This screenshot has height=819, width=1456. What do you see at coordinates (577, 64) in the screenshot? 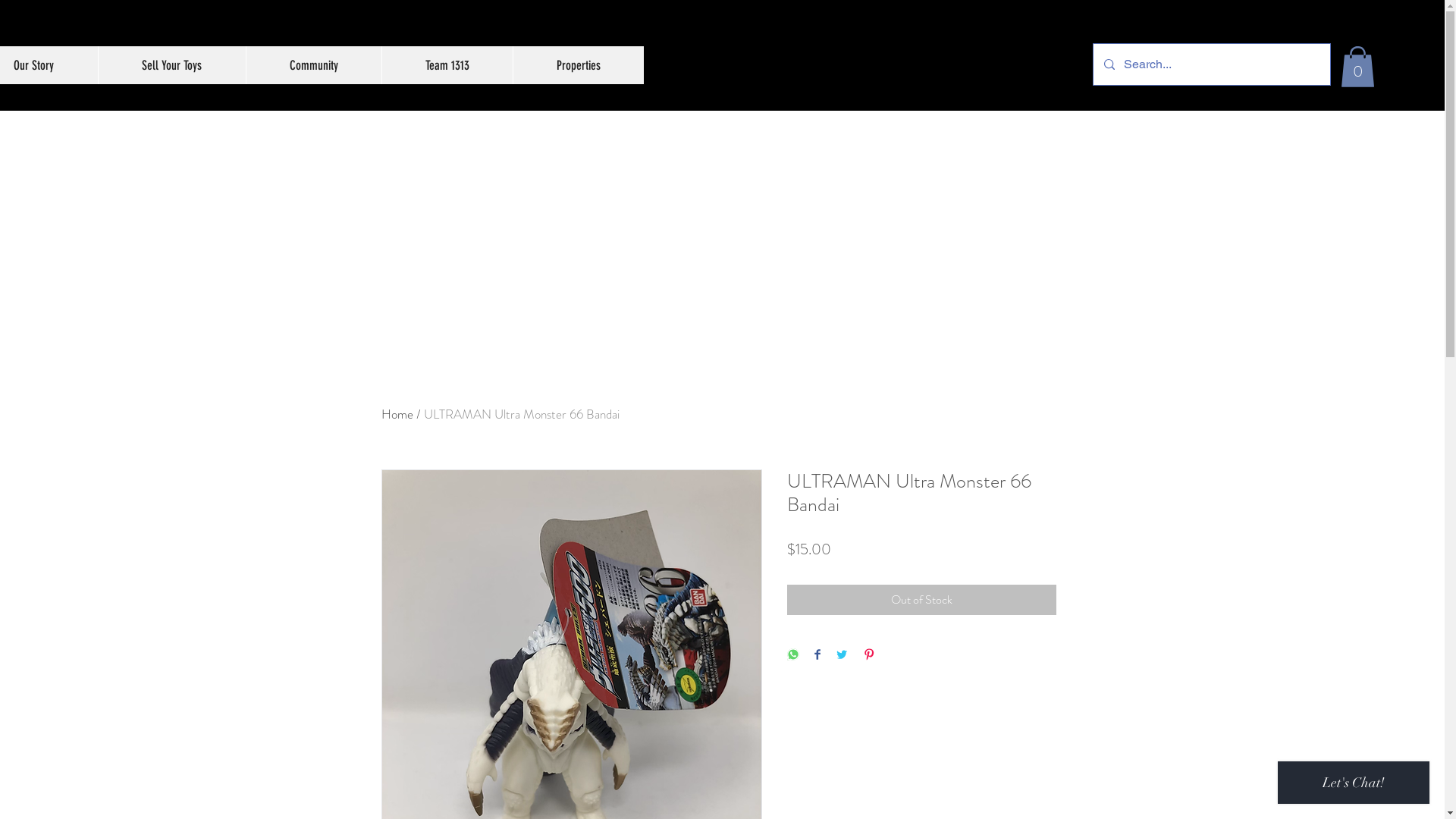
I see `'Properties'` at bounding box center [577, 64].